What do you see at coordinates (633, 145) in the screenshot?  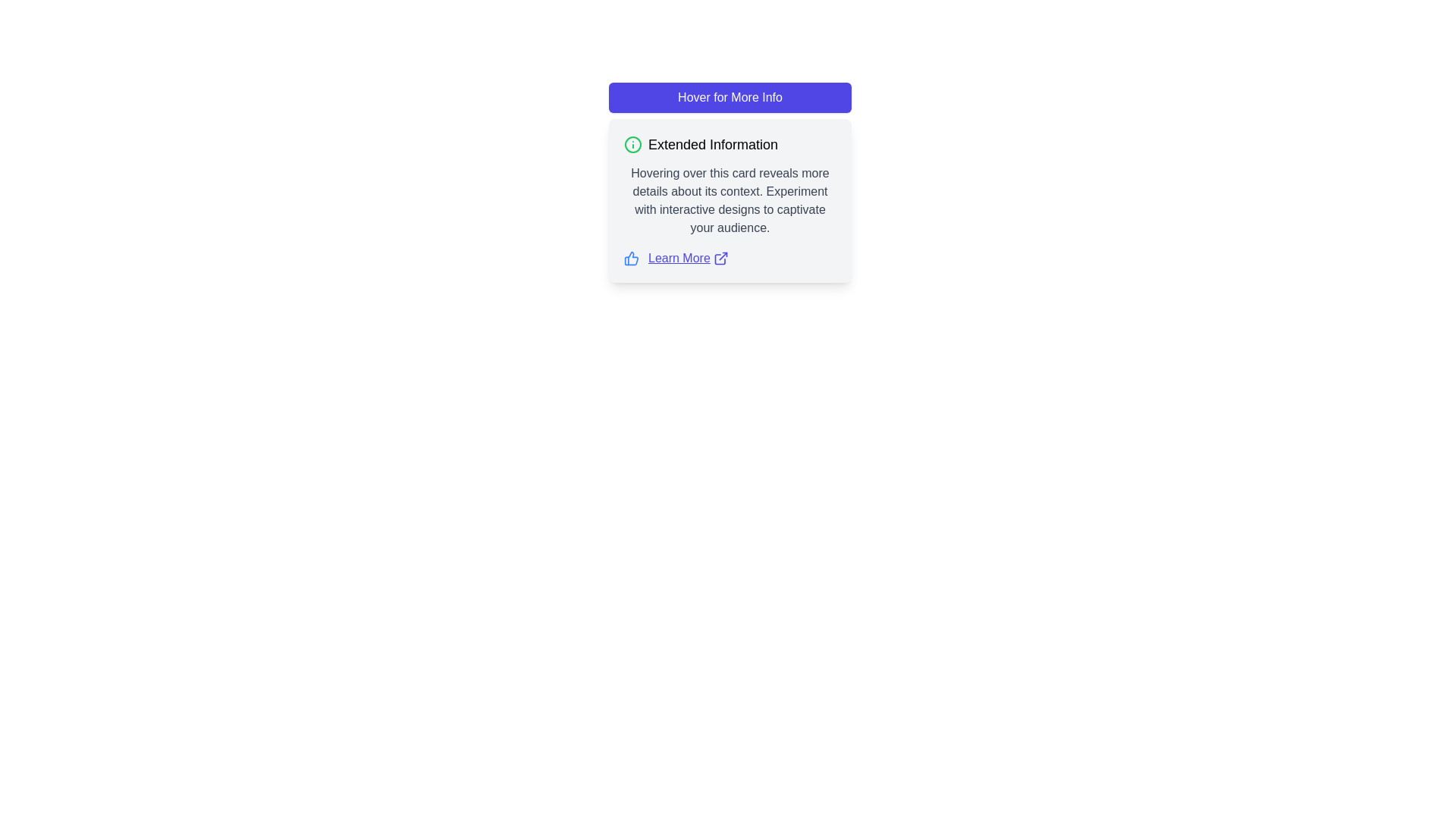 I see `the 'info' icon located to the left of the heading 'Extended Information'` at bounding box center [633, 145].